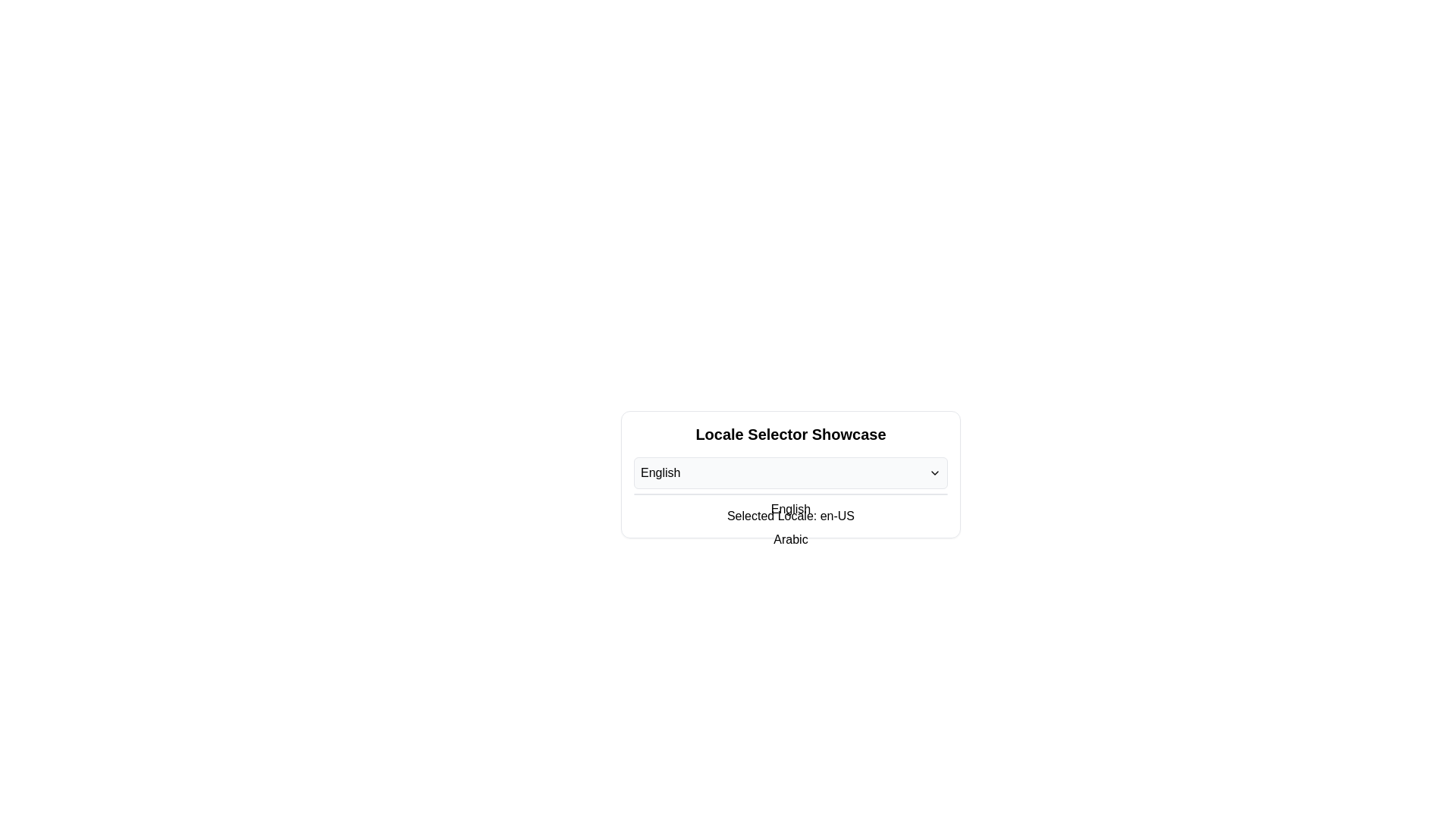  What do you see at coordinates (789, 472) in the screenshot?
I see `the Dropdown menu located below the title 'Locale Selector Showcase'` at bounding box center [789, 472].